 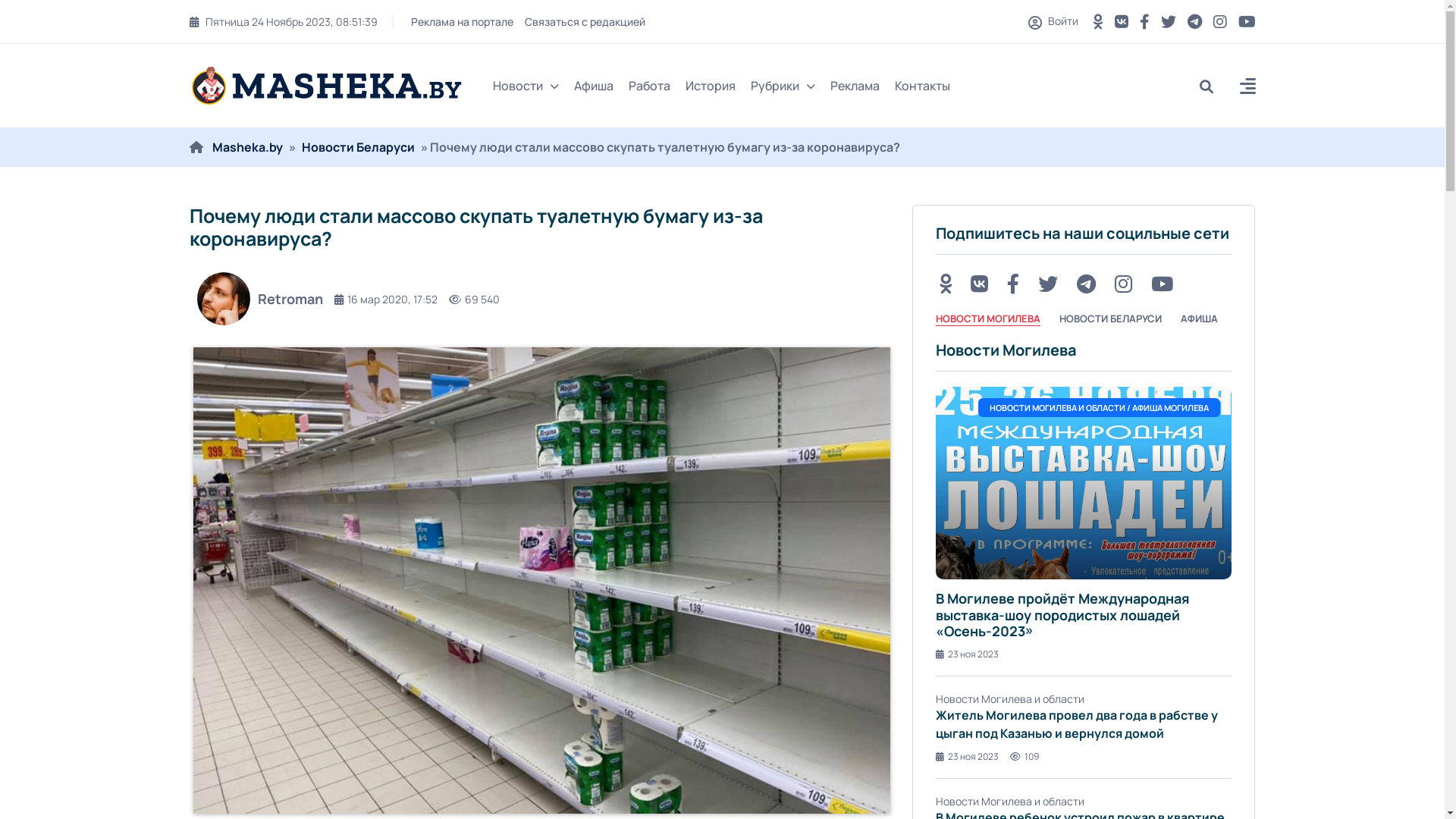 What do you see at coordinates (256, 298) in the screenshot?
I see `'Retroman'` at bounding box center [256, 298].